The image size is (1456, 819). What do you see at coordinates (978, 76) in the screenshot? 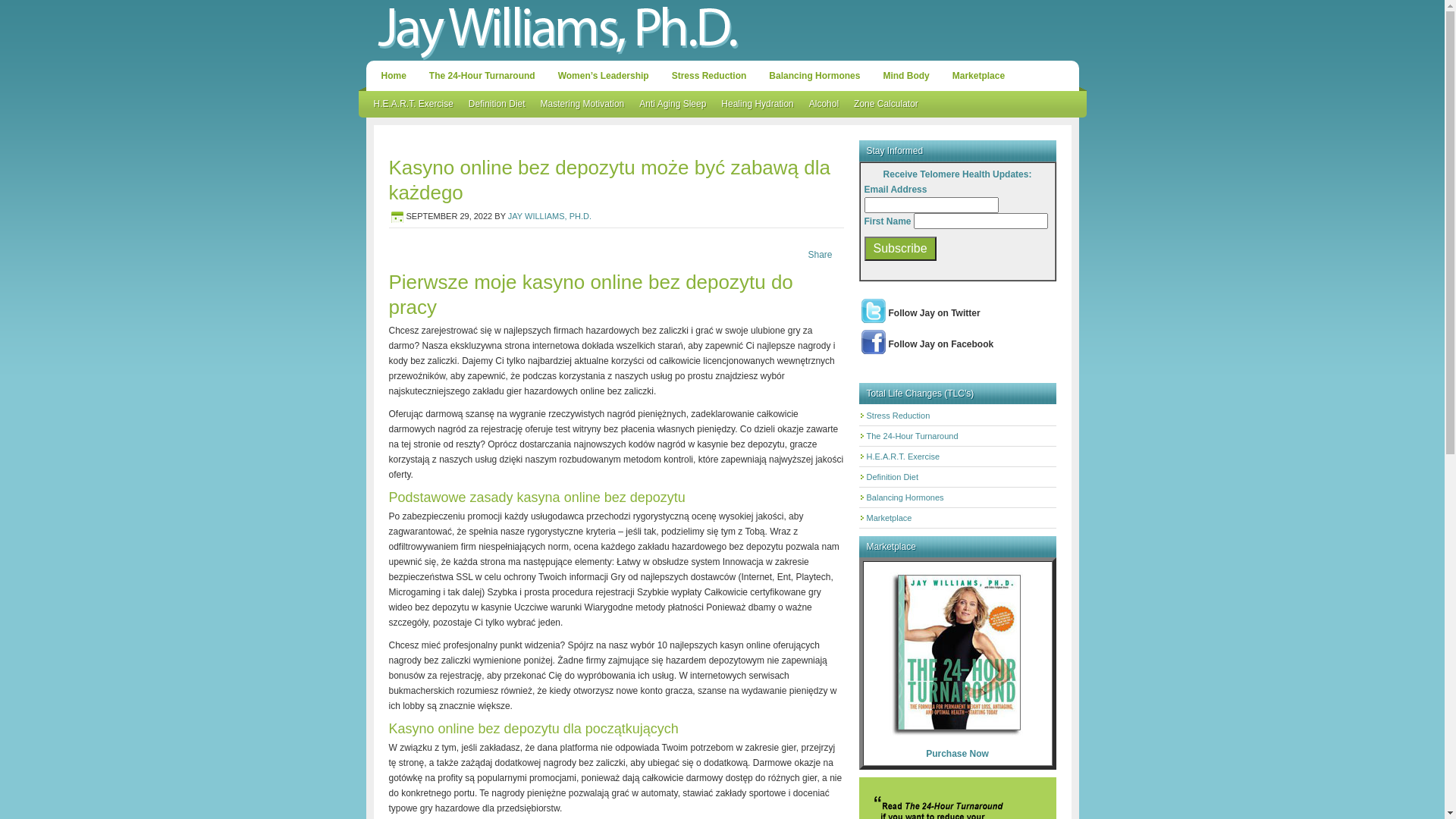
I see `'Marketplace'` at bounding box center [978, 76].